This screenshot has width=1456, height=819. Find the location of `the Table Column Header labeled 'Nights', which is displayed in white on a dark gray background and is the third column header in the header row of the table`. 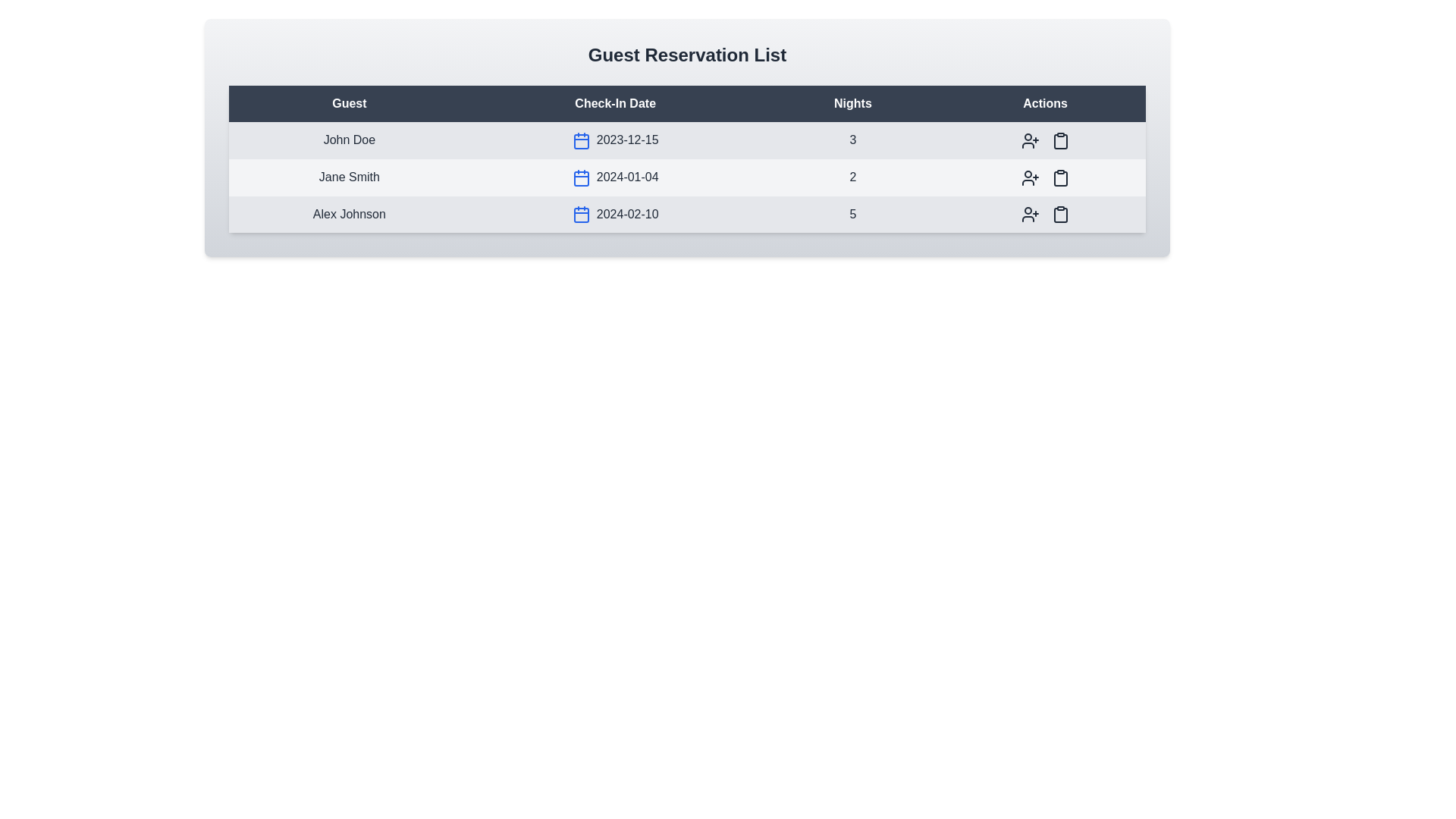

the Table Column Header labeled 'Nights', which is displayed in white on a dark gray background and is the third column header in the header row of the table is located at coordinates (852, 103).